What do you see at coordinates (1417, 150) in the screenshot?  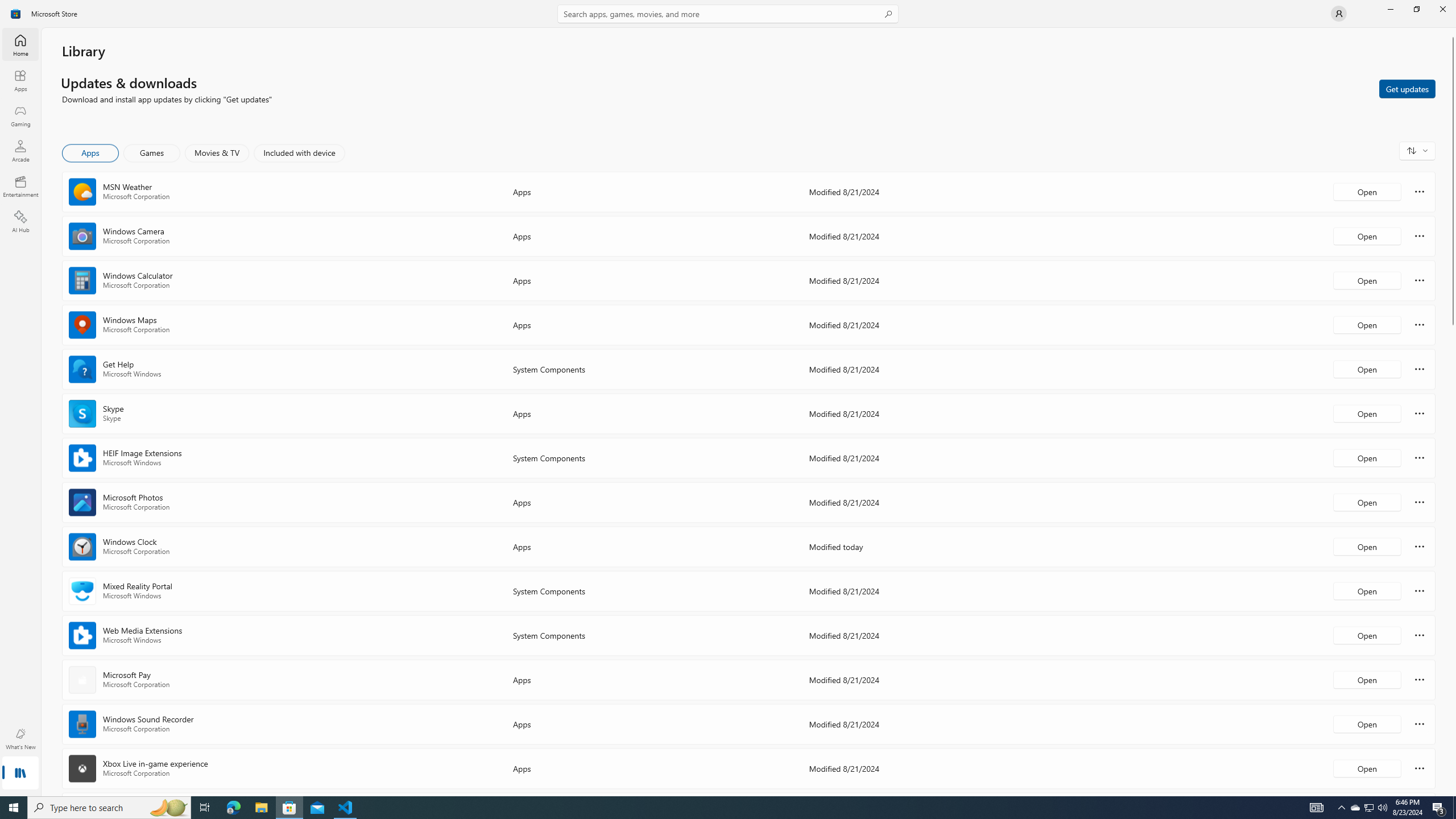 I see `'Sort and filter'` at bounding box center [1417, 150].